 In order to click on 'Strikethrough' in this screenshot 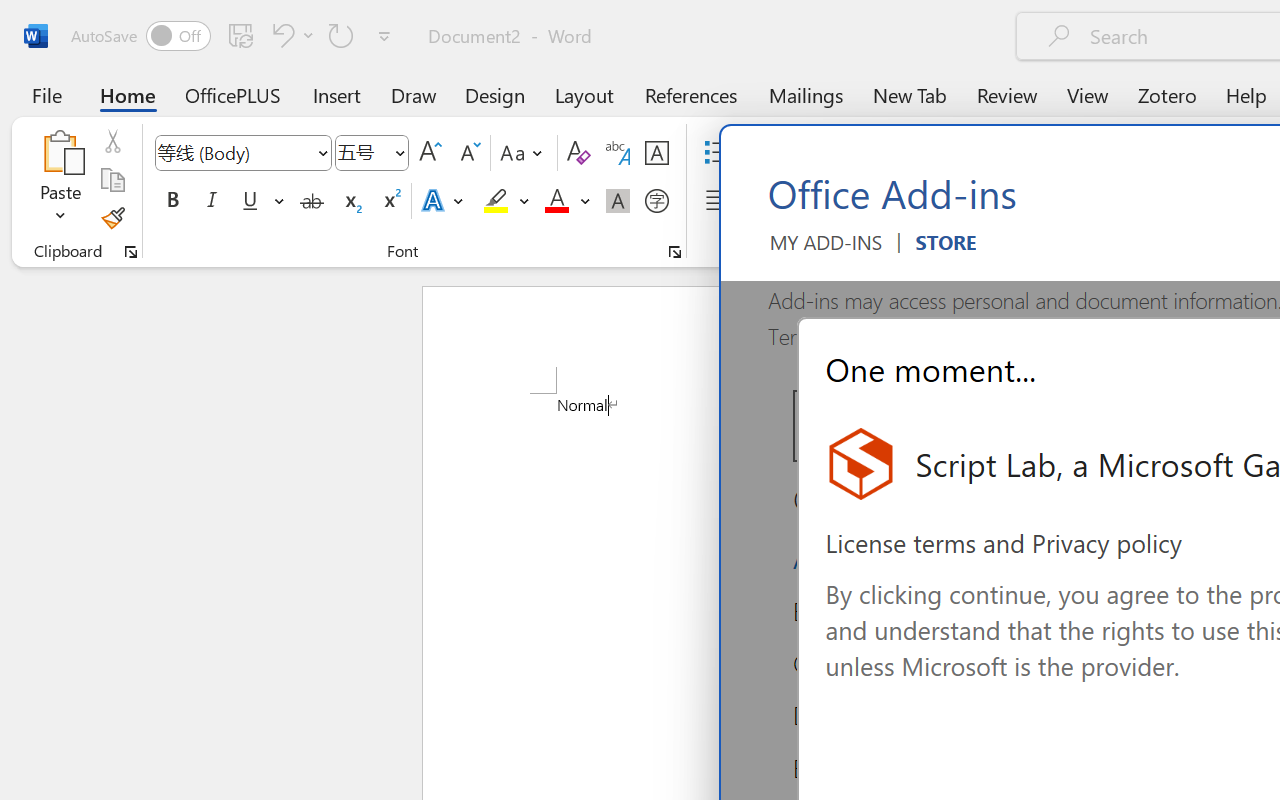, I will do `click(311, 201)`.